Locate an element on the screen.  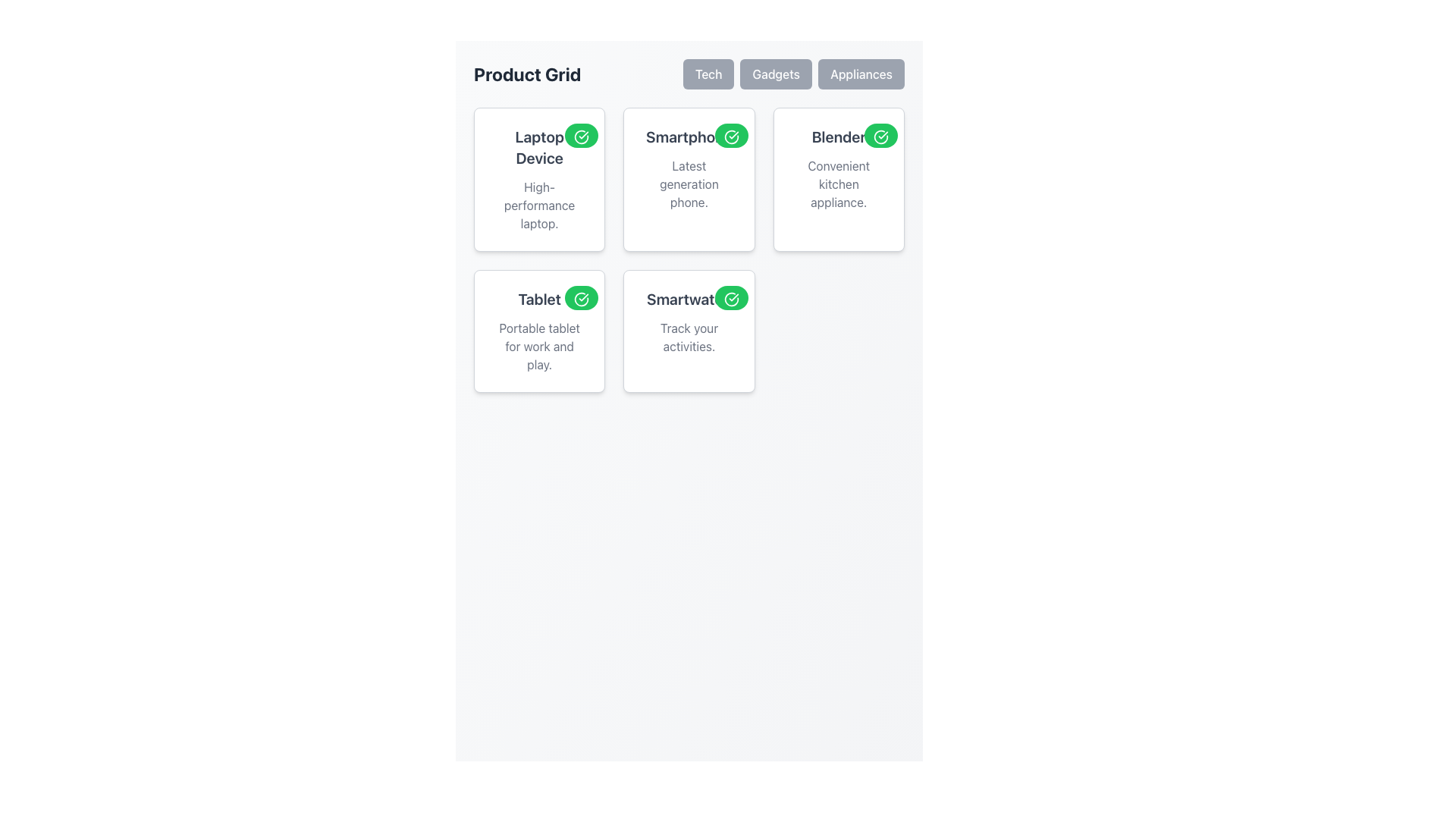
the text element that contains the phrase 'Portable tablet for work and play.' This text is styled in gray and is positioned below the title 'Tablet' within its card is located at coordinates (539, 346).